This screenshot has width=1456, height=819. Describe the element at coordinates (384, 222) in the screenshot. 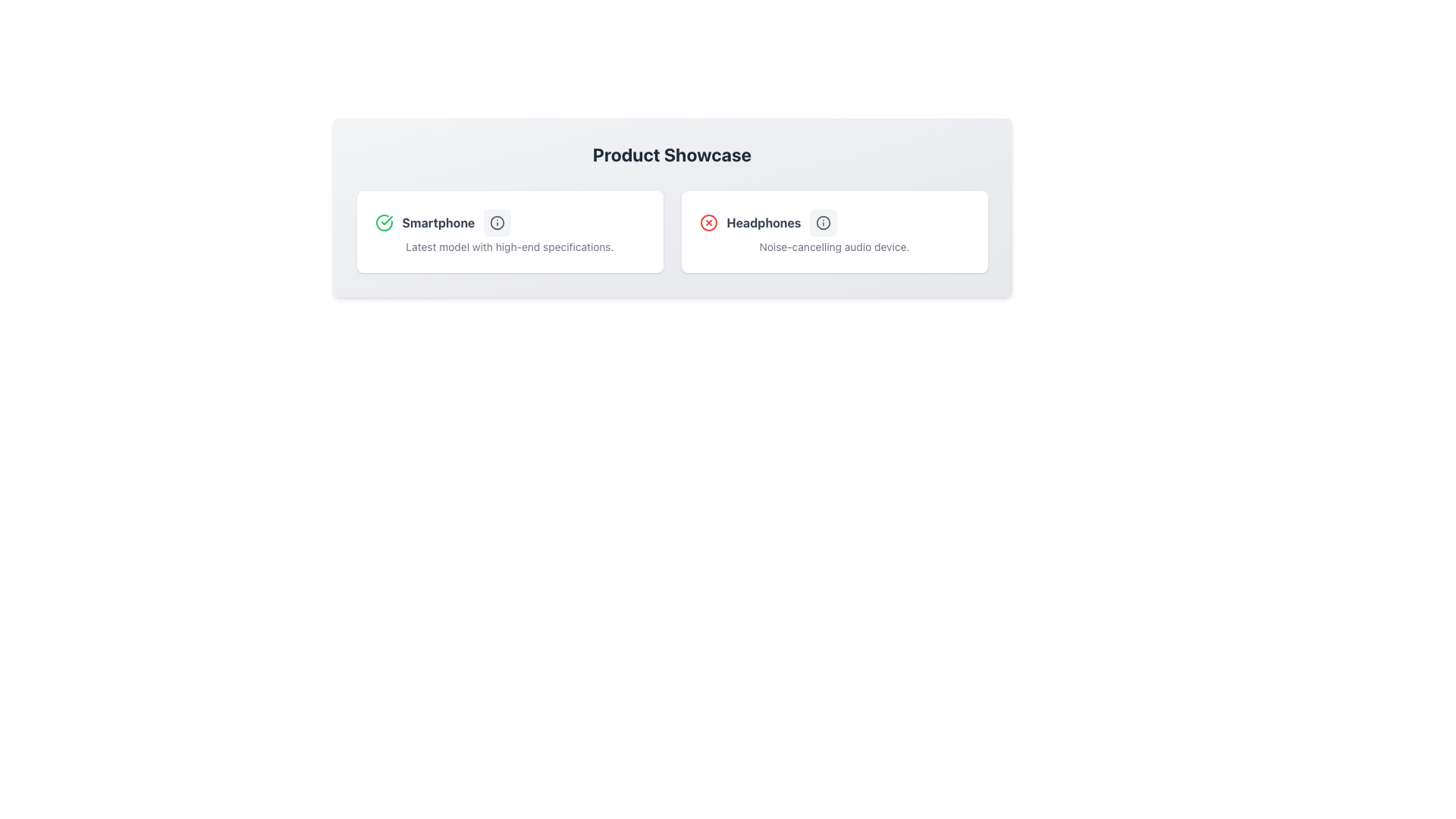

I see `the green circle icon with a white checkmark that indicates success, located to the left of the 'Smartphone' label in the 'Product Showcase' section` at that location.